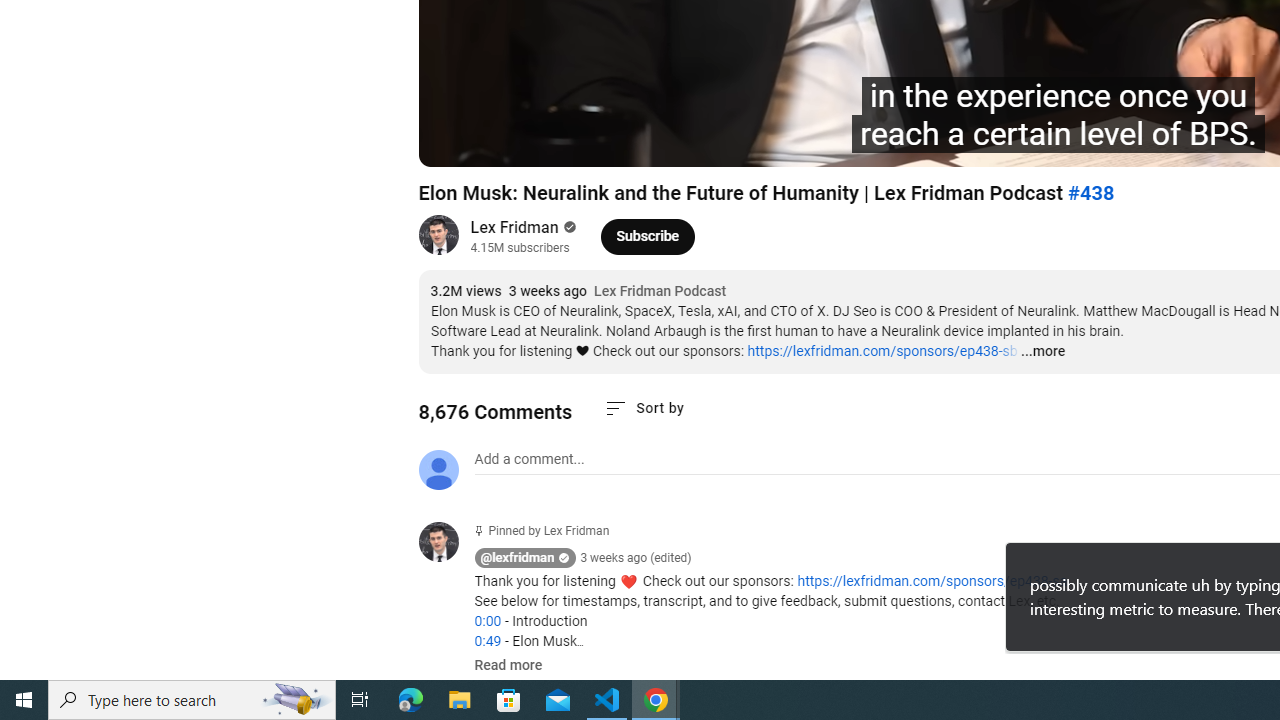 The image size is (1280, 720). Describe the element at coordinates (660, 291) in the screenshot. I see `'Lex Fridman Podcast'` at that location.